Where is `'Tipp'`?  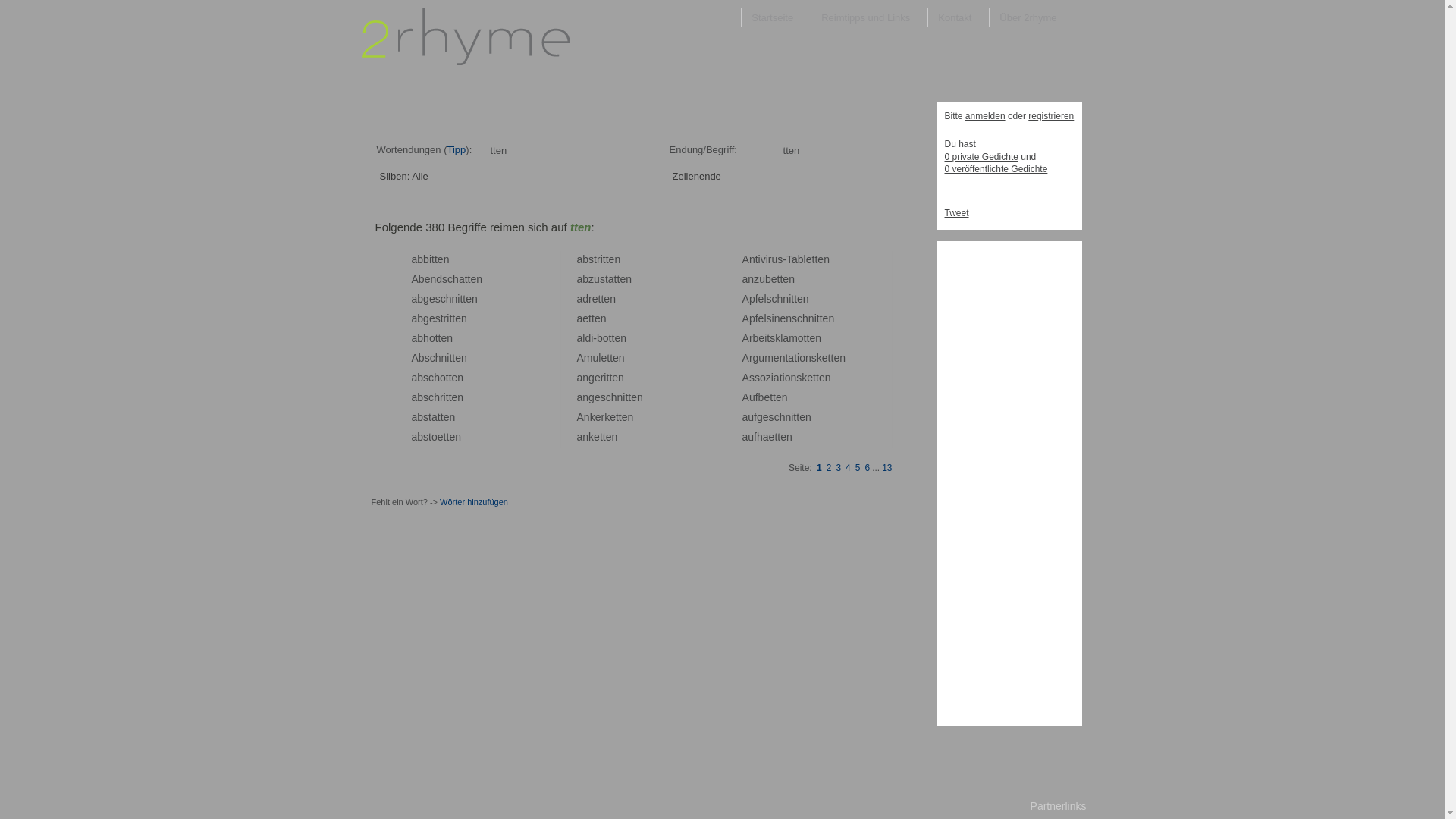
'Tipp' is located at coordinates (456, 149).